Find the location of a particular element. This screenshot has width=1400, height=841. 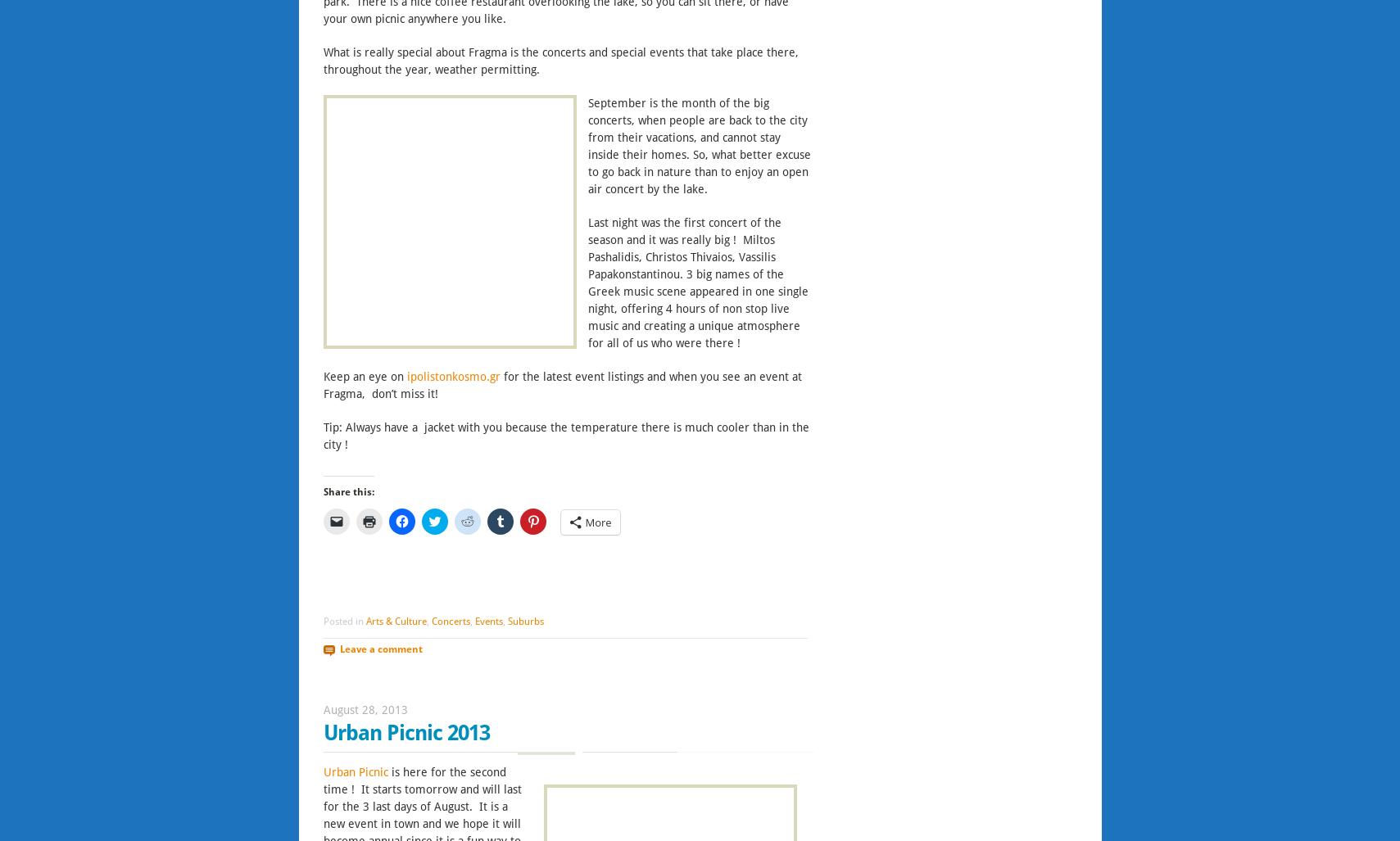

'ipolistonkosmo.gr' is located at coordinates (405, 376).